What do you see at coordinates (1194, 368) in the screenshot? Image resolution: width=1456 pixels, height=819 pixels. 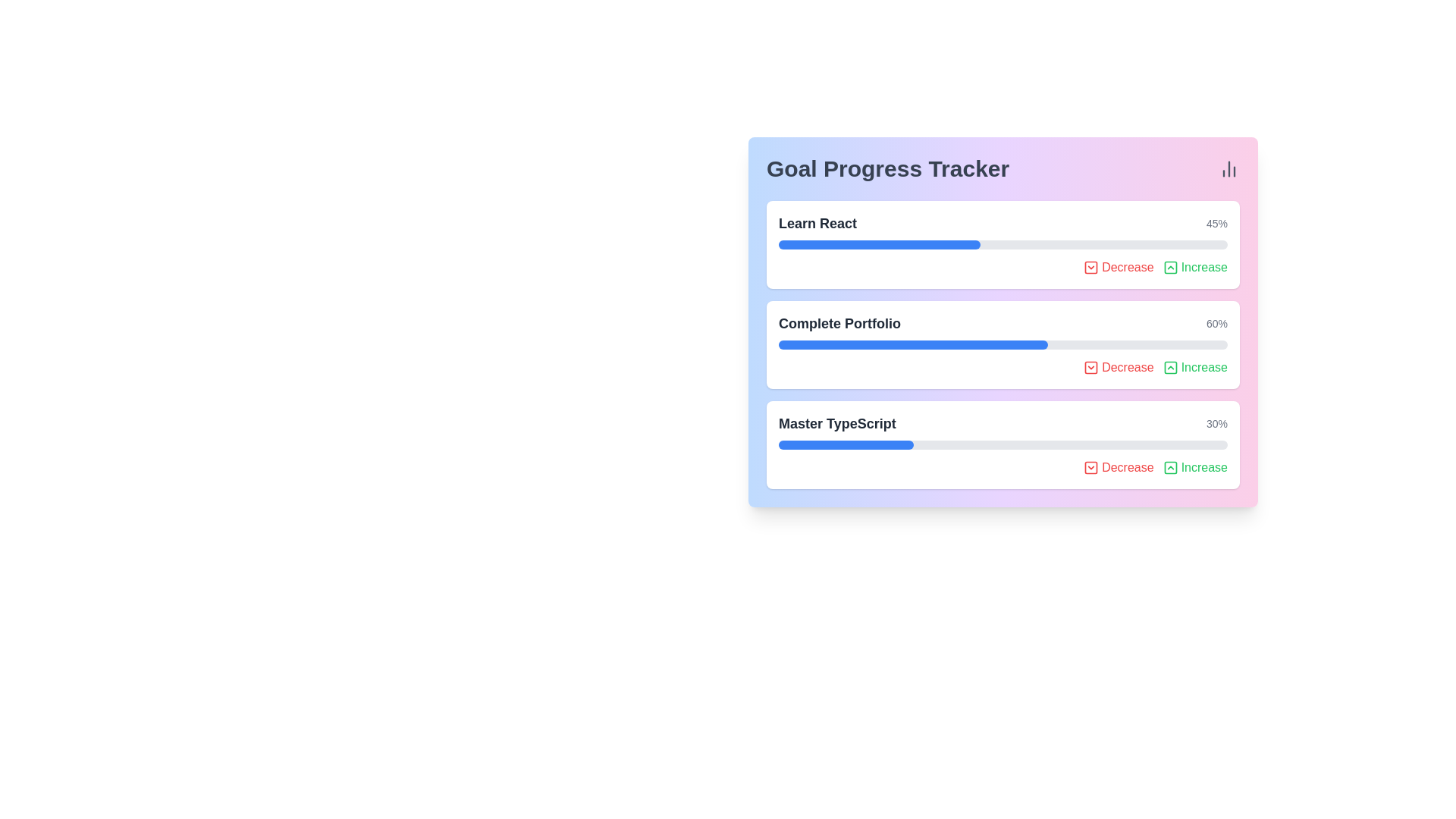 I see `the 'Increase' button` at bounding box center [1194, 368].